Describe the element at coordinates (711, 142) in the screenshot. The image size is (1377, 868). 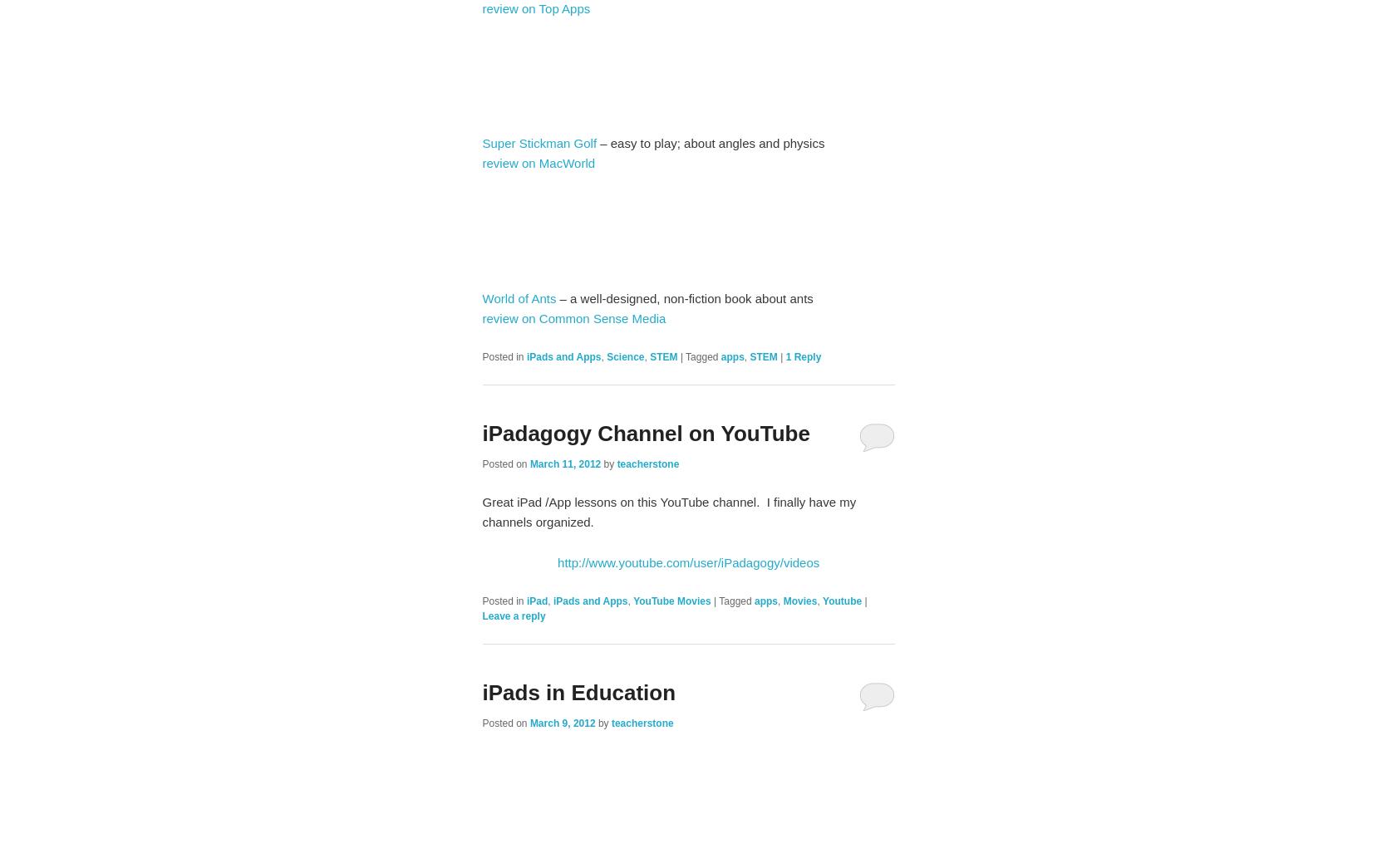
I see `'– easy to play; about angles and physics'` at that location.